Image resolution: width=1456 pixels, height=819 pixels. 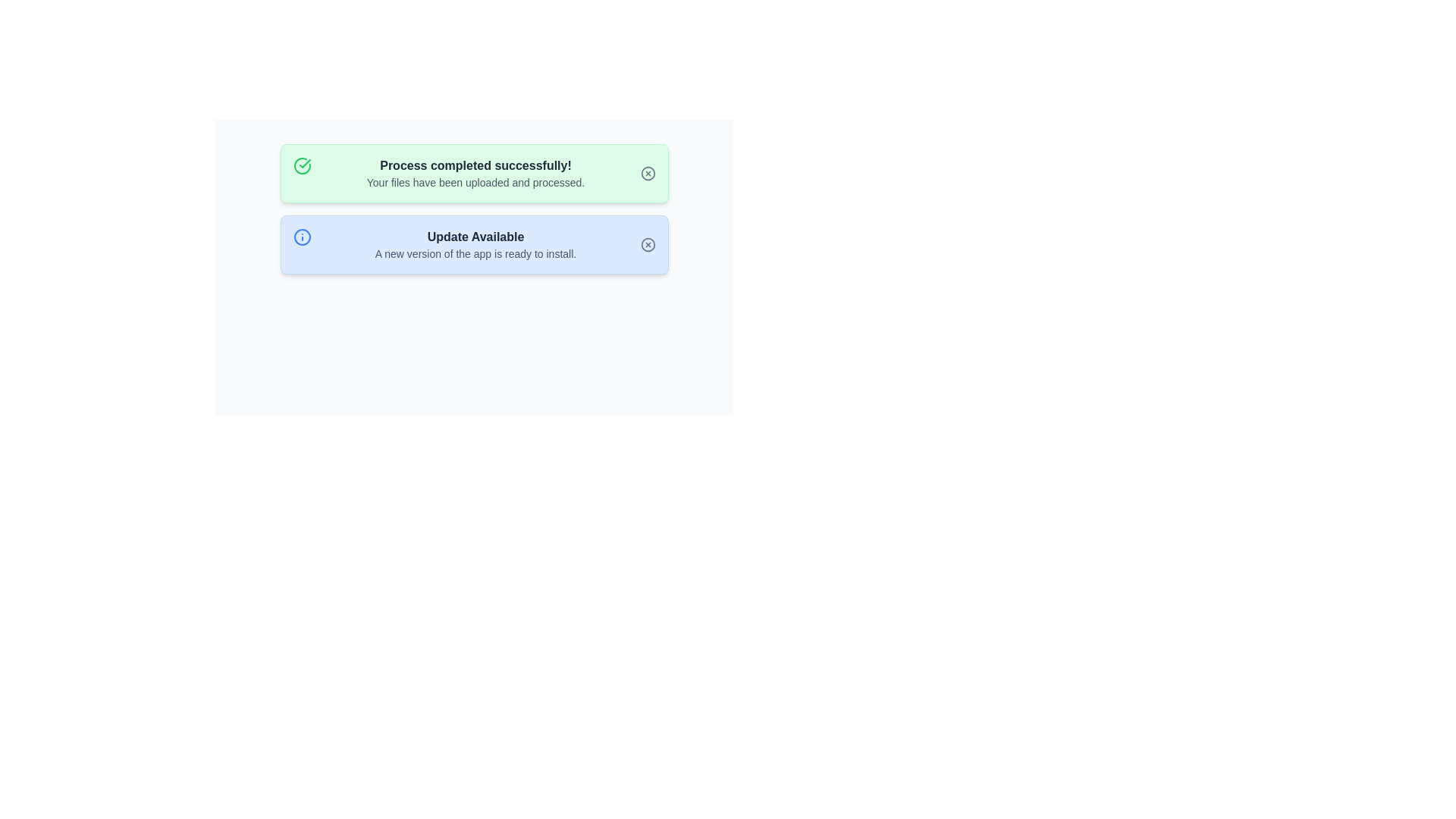 What do you see at coordinates (302, 237) in the screenshot?
I see `the information icon located in the notification box with the heading 'Update Available', positioned to the left of the text` at bounding box center [302, 237].